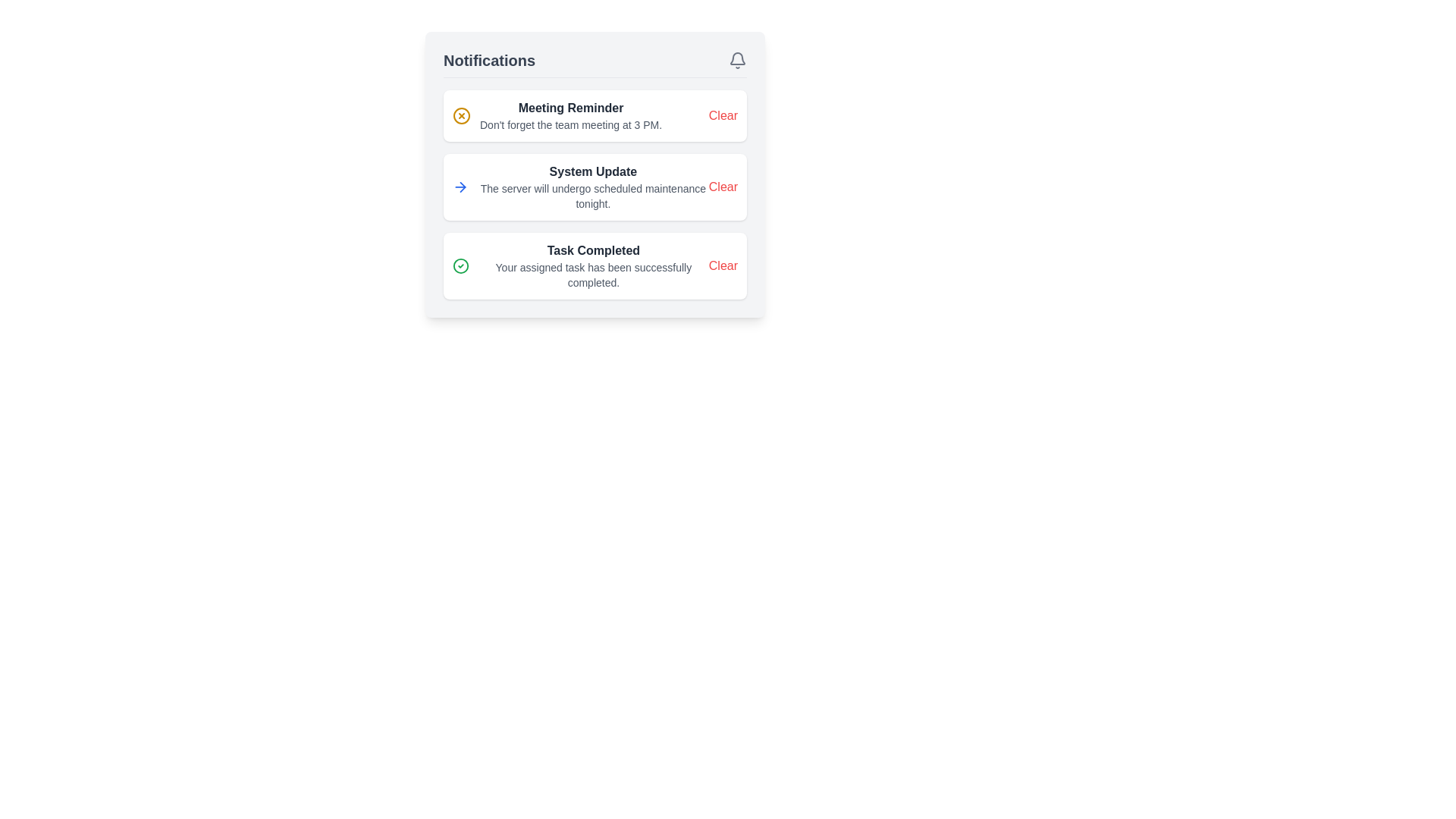 This screenshot has width=1456, height=819. What do you see at coordinates (592, 265) in the screenshot?
I see `notification titled 'Task Completed' which indicates that your assigned task has been successfully completed. This notification is the third in a vertical list of notifications` at bounding box center [592, 265].